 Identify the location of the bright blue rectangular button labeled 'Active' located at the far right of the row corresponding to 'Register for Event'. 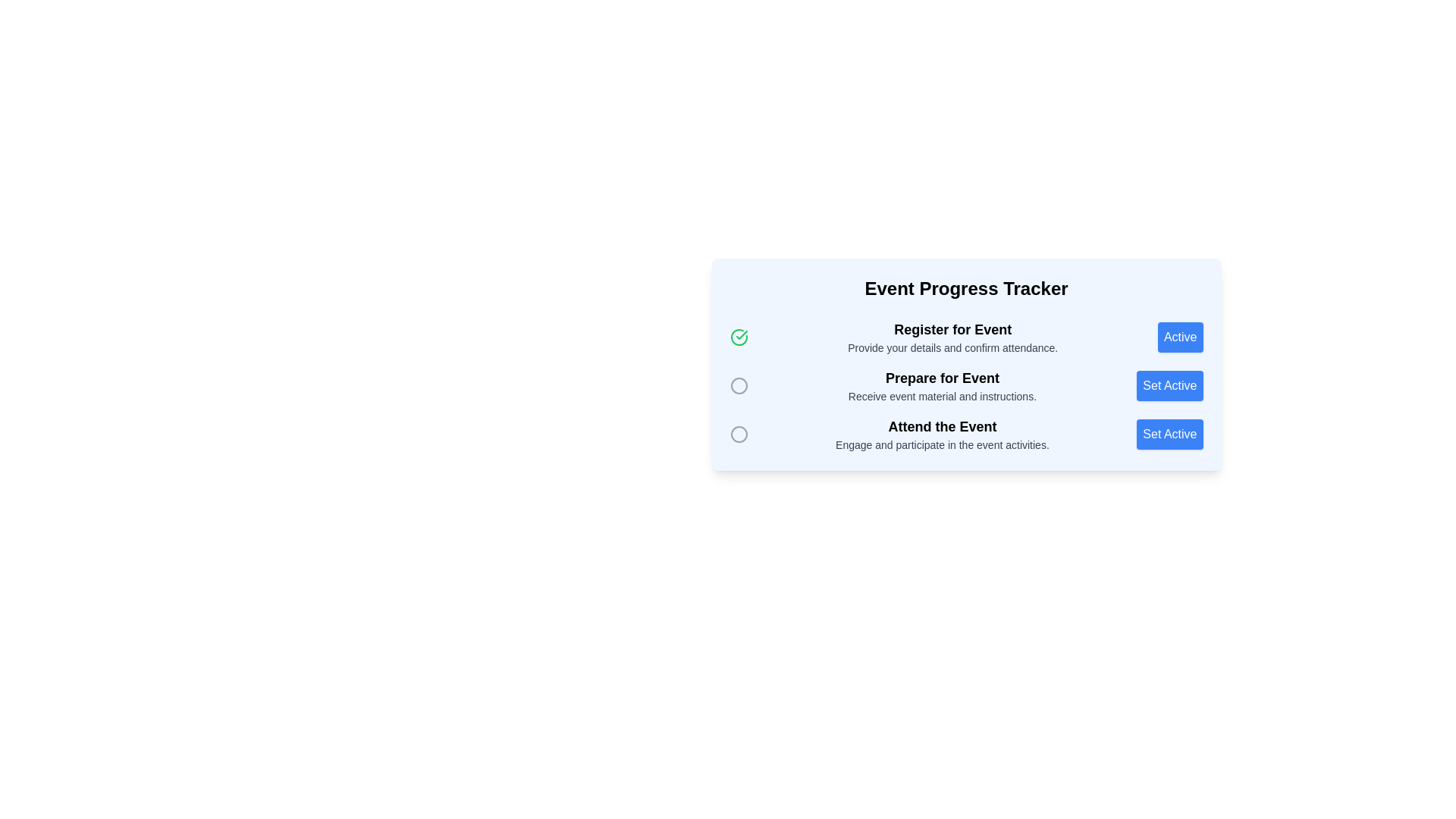
(1179, 336).